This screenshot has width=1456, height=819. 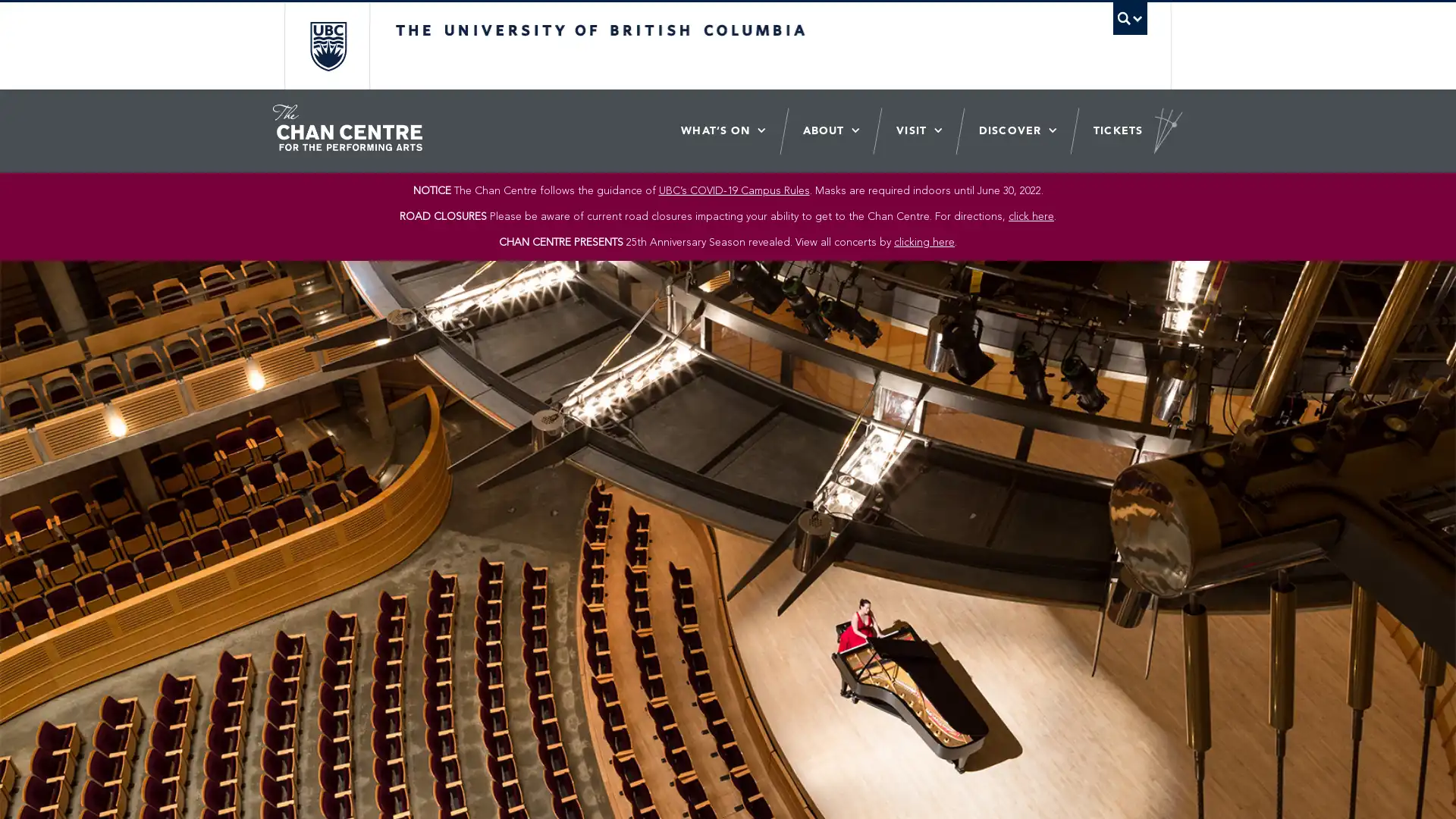 What do you see at coordinates (831, 406) in the screenshot?
I see `Subscribe` at bounding box center [831, 406].